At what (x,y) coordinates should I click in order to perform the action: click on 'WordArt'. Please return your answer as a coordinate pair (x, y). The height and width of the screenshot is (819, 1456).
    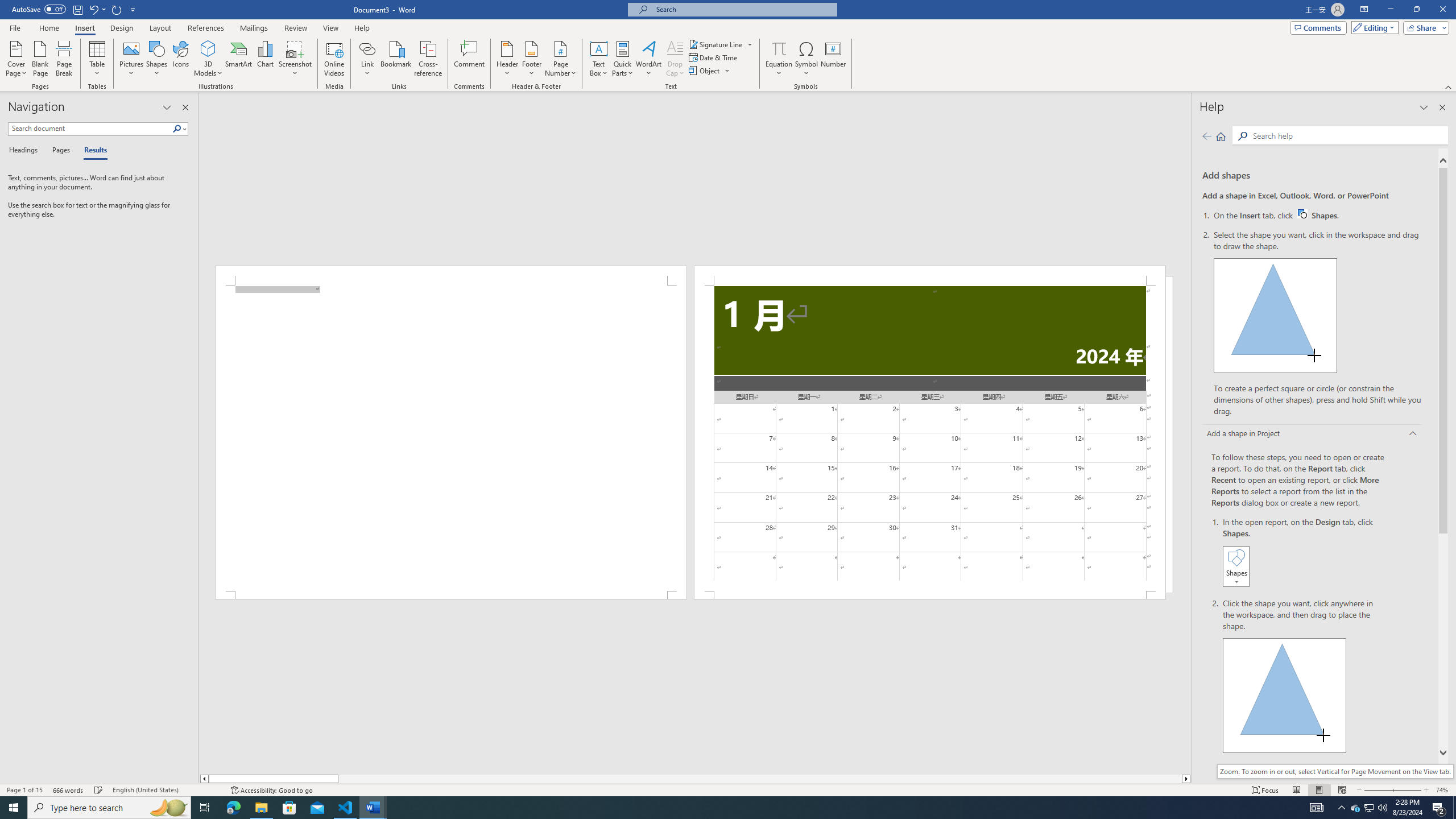
    Looking at the image, I should click on (648, 59).